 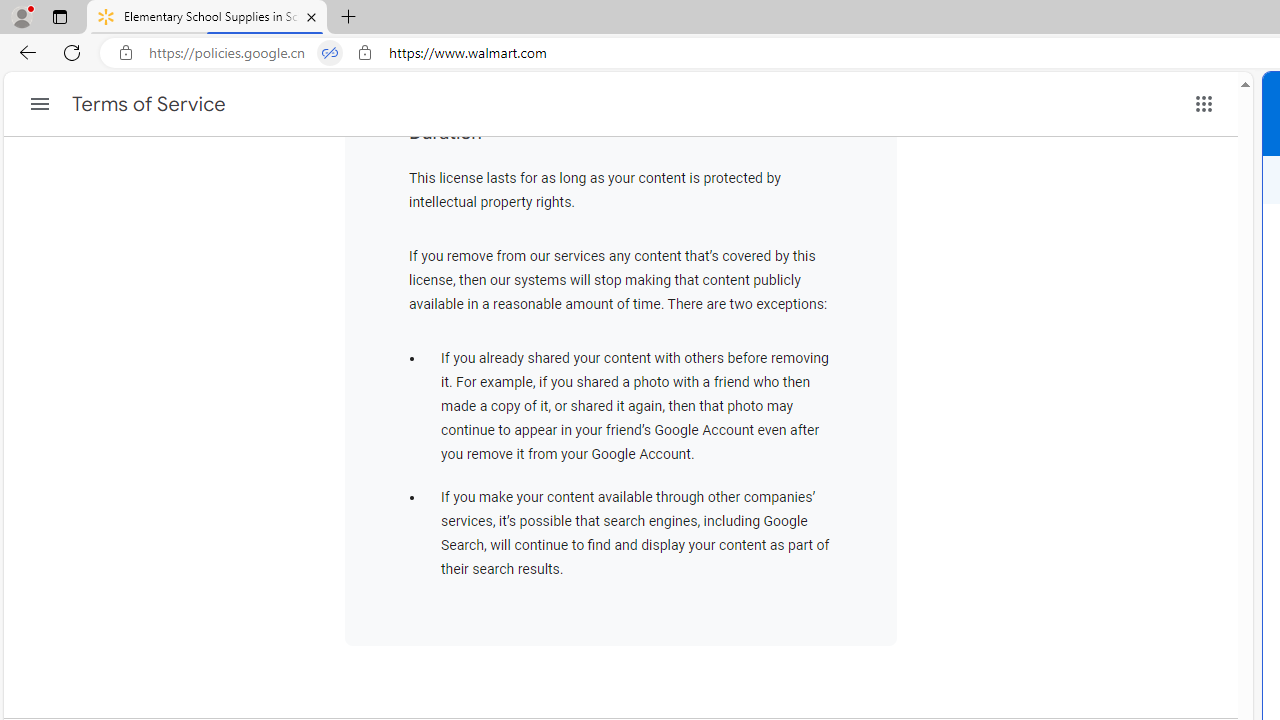 I want to click on 'Refresh', so click(x=72, y=51).